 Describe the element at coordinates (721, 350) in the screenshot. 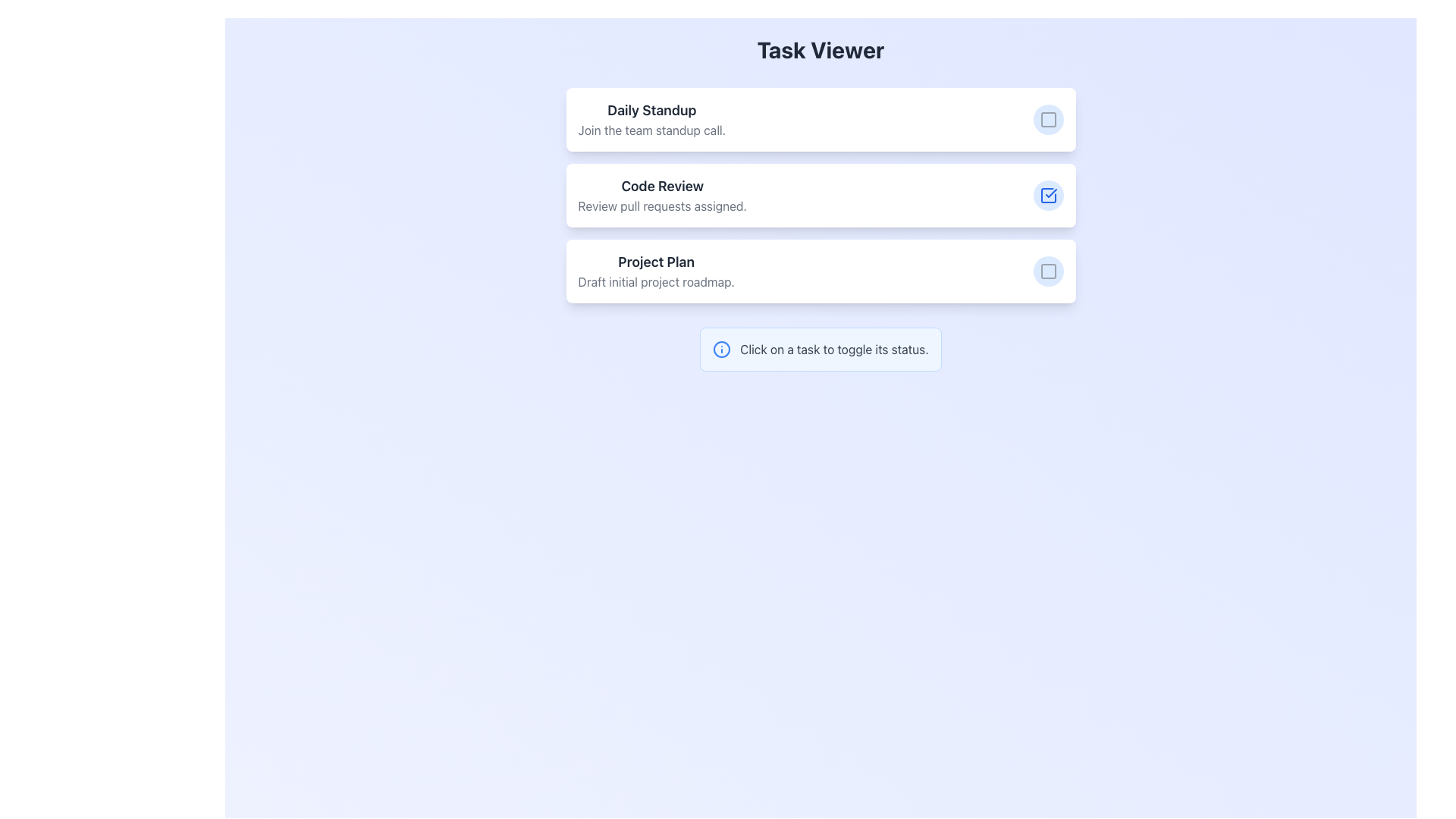

I see `the informational icon located to the left of the text 'Click on a task to toggle its status.' within the notification block at the bottom of the visible area` at that location.